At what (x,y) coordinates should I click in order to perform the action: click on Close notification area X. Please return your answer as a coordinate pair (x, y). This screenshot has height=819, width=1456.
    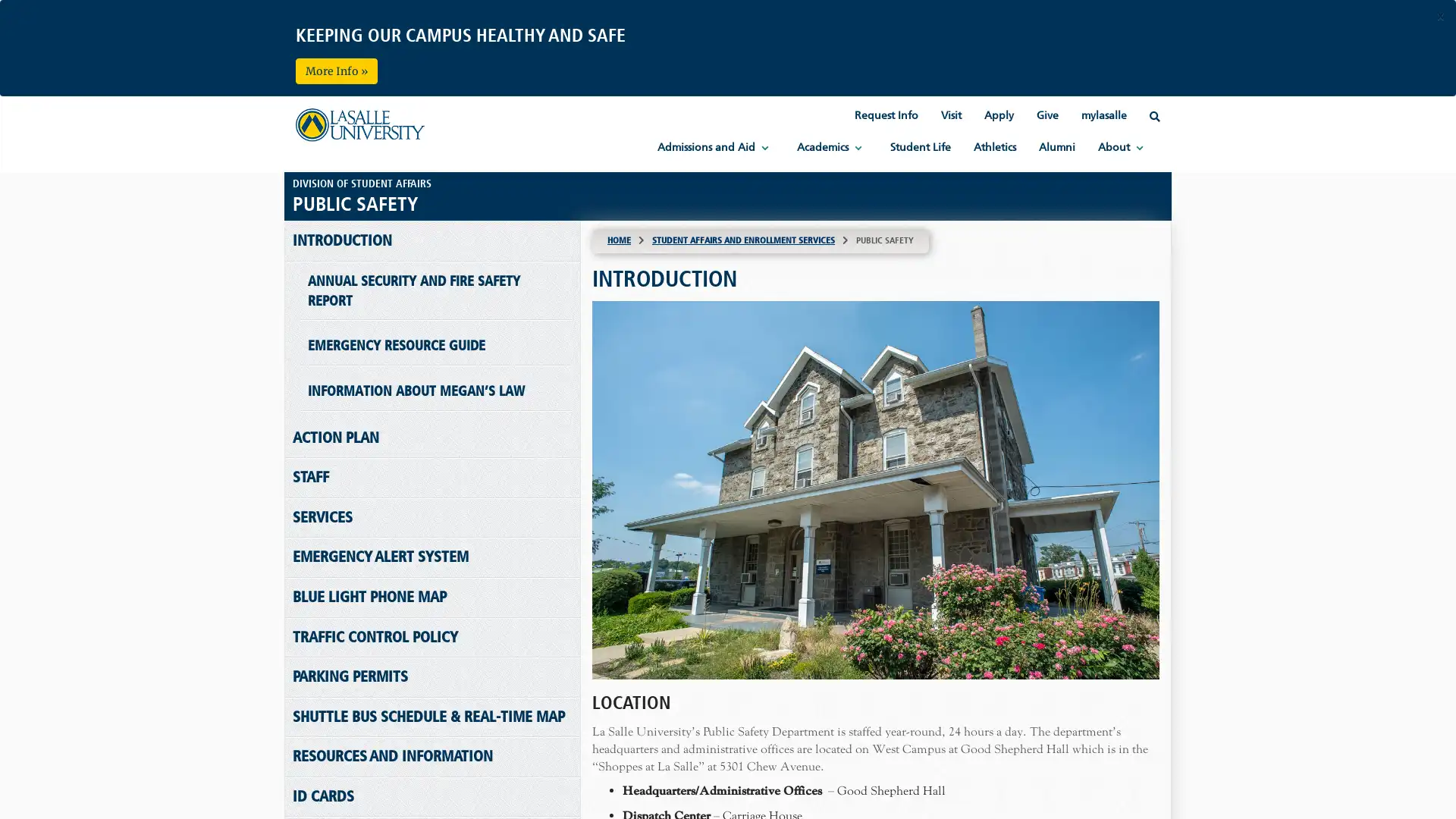
    Looking at the image, I should click on (1439, 17).